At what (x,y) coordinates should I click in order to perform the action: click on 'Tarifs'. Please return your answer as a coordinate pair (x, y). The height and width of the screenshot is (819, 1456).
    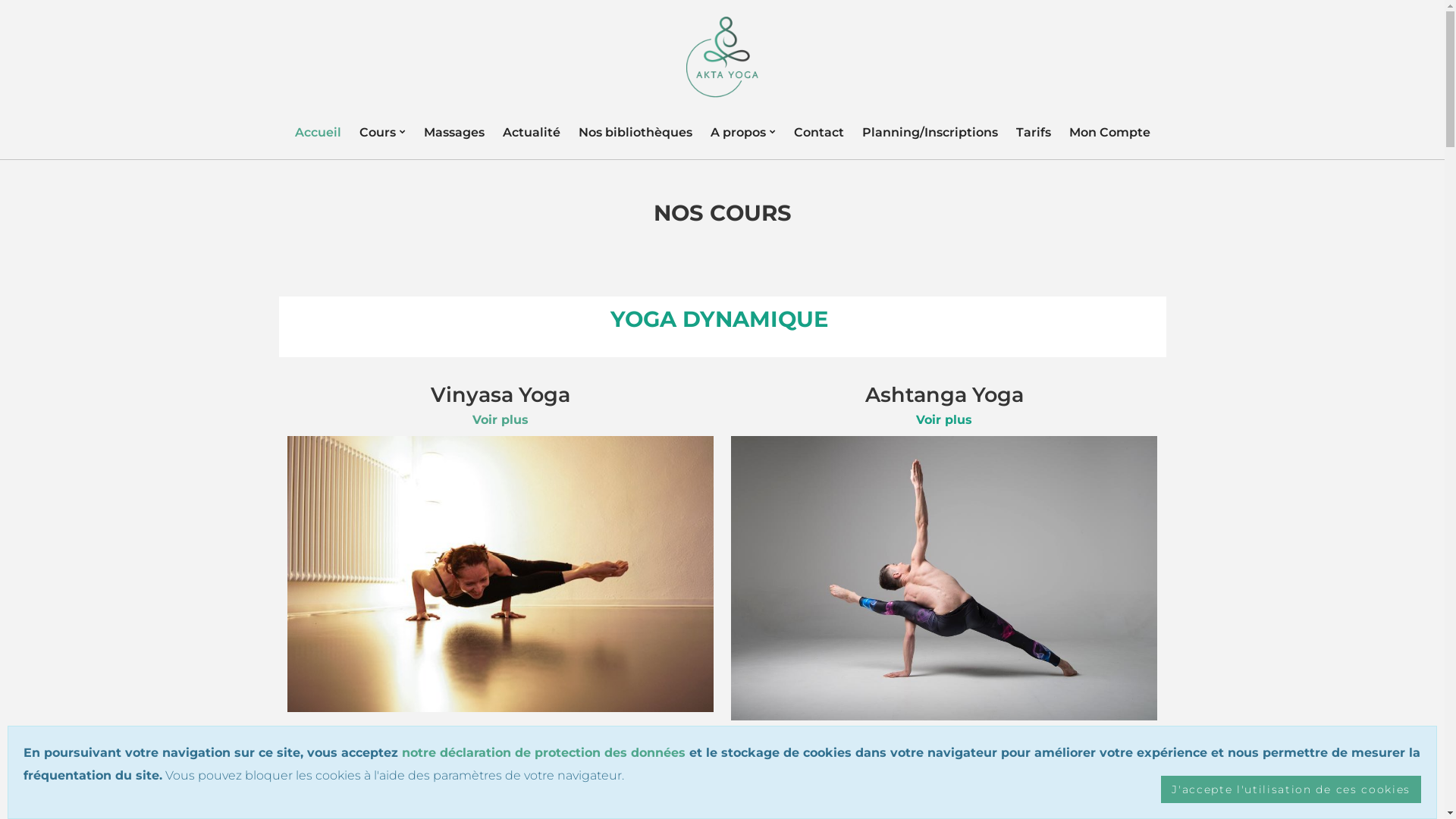
    Looking at the image, I should click on (1033, 131).